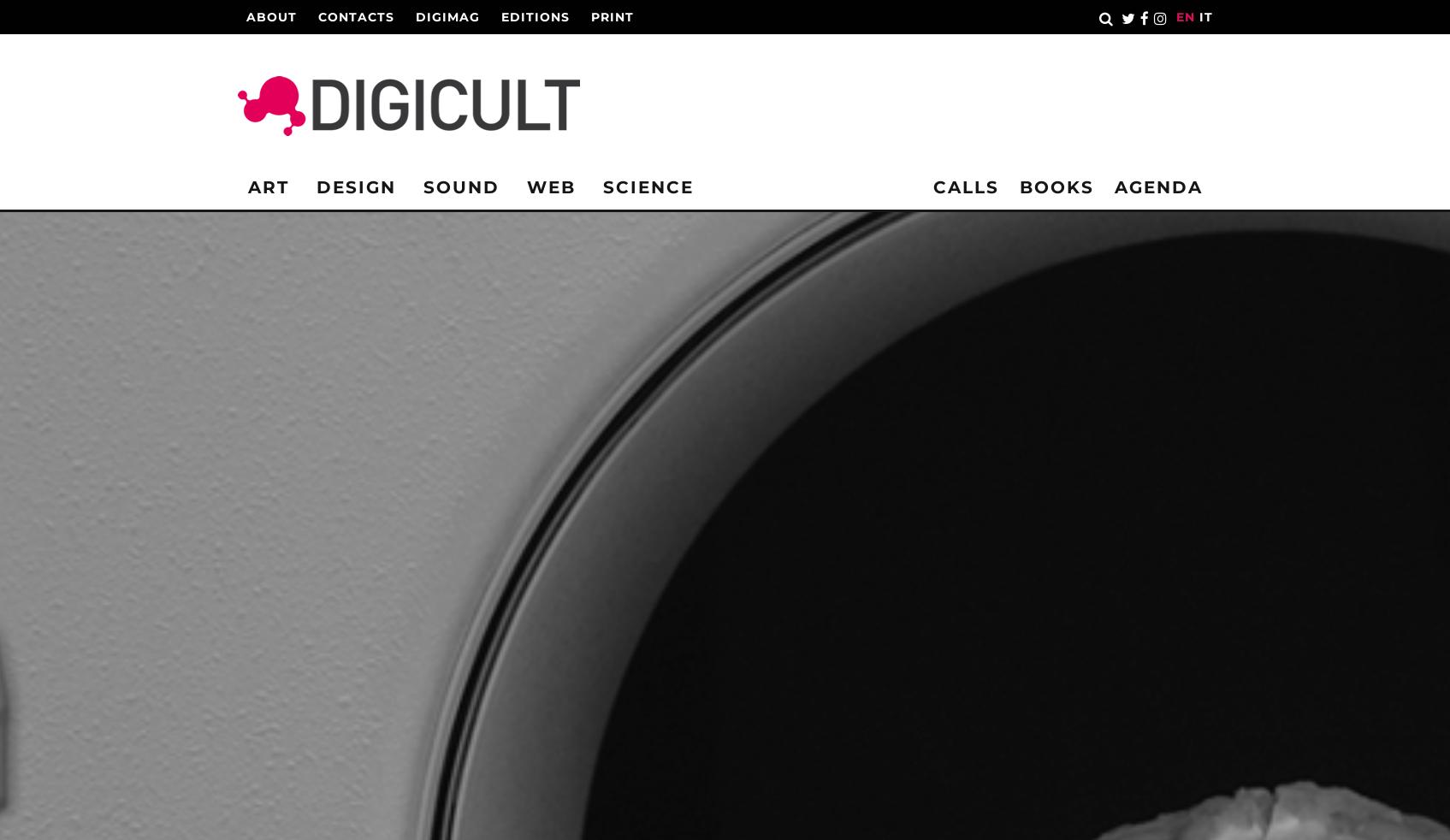  I want to click on 'About', so click(270, 16).